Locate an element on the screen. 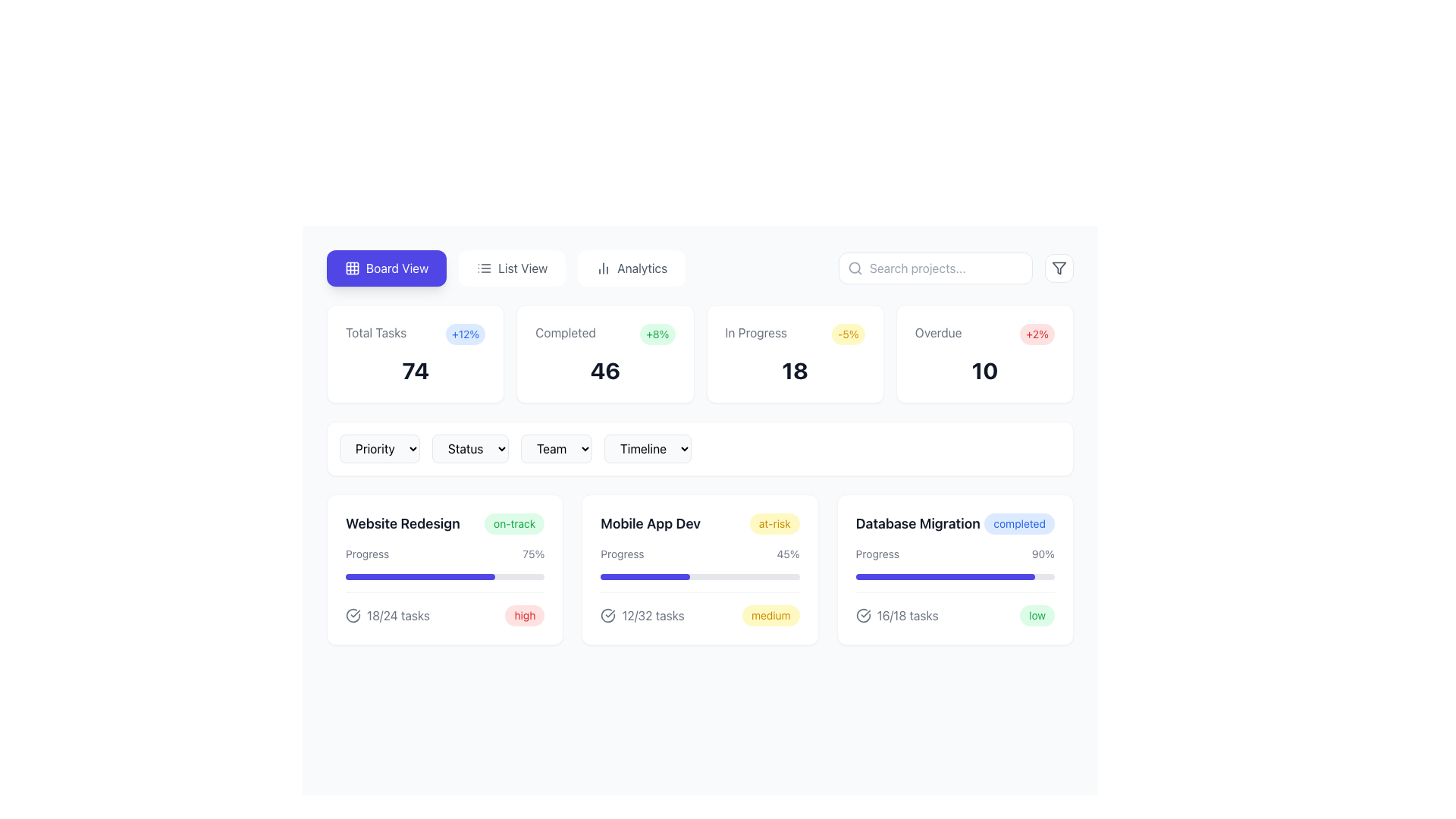 The height and width of the screenshot is (819, 1456). the third tab labeled 'Analytics' is located at coordinates (632, 268).